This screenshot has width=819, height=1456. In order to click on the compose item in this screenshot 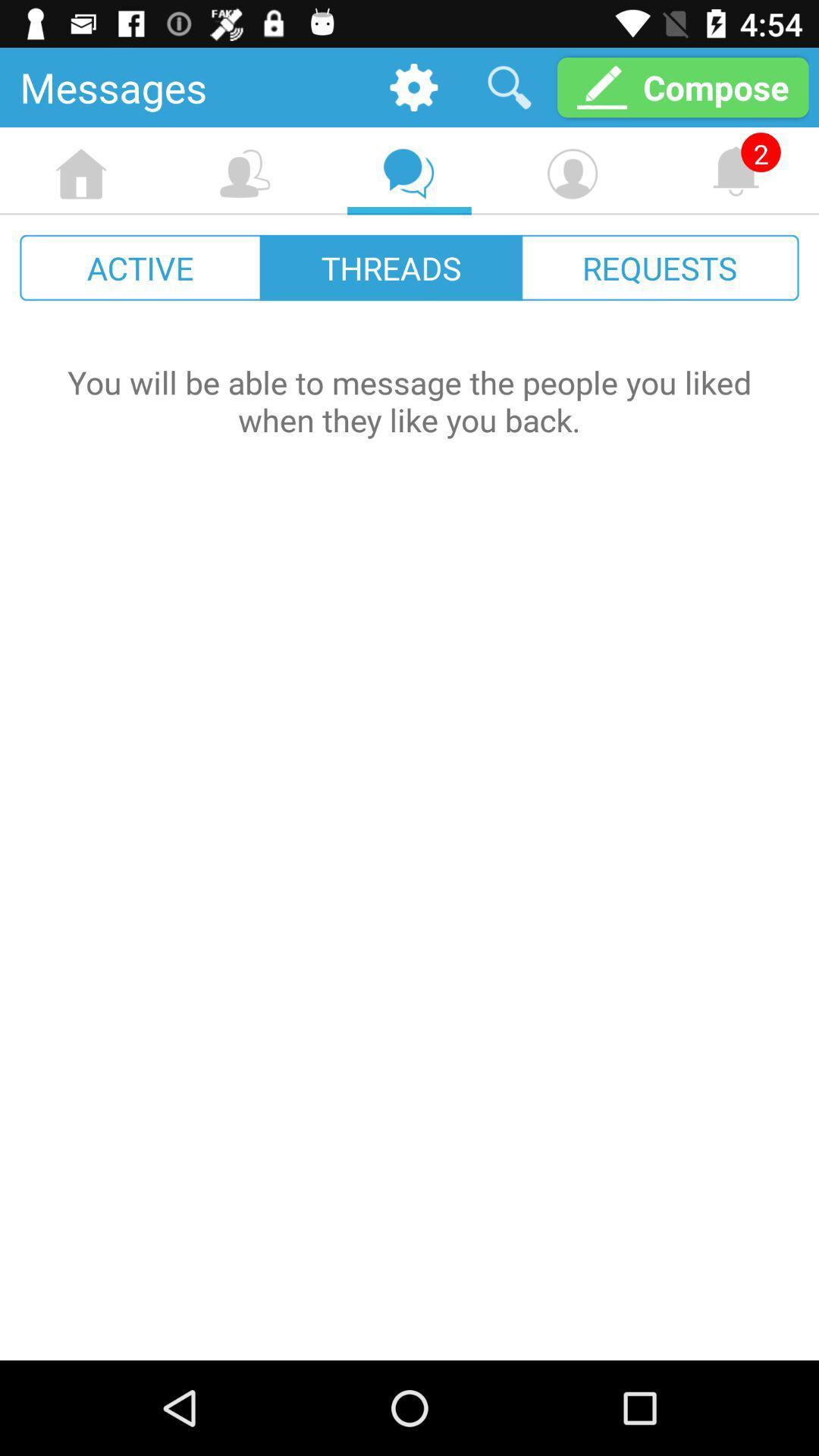, I will do `click(682, 86)`.